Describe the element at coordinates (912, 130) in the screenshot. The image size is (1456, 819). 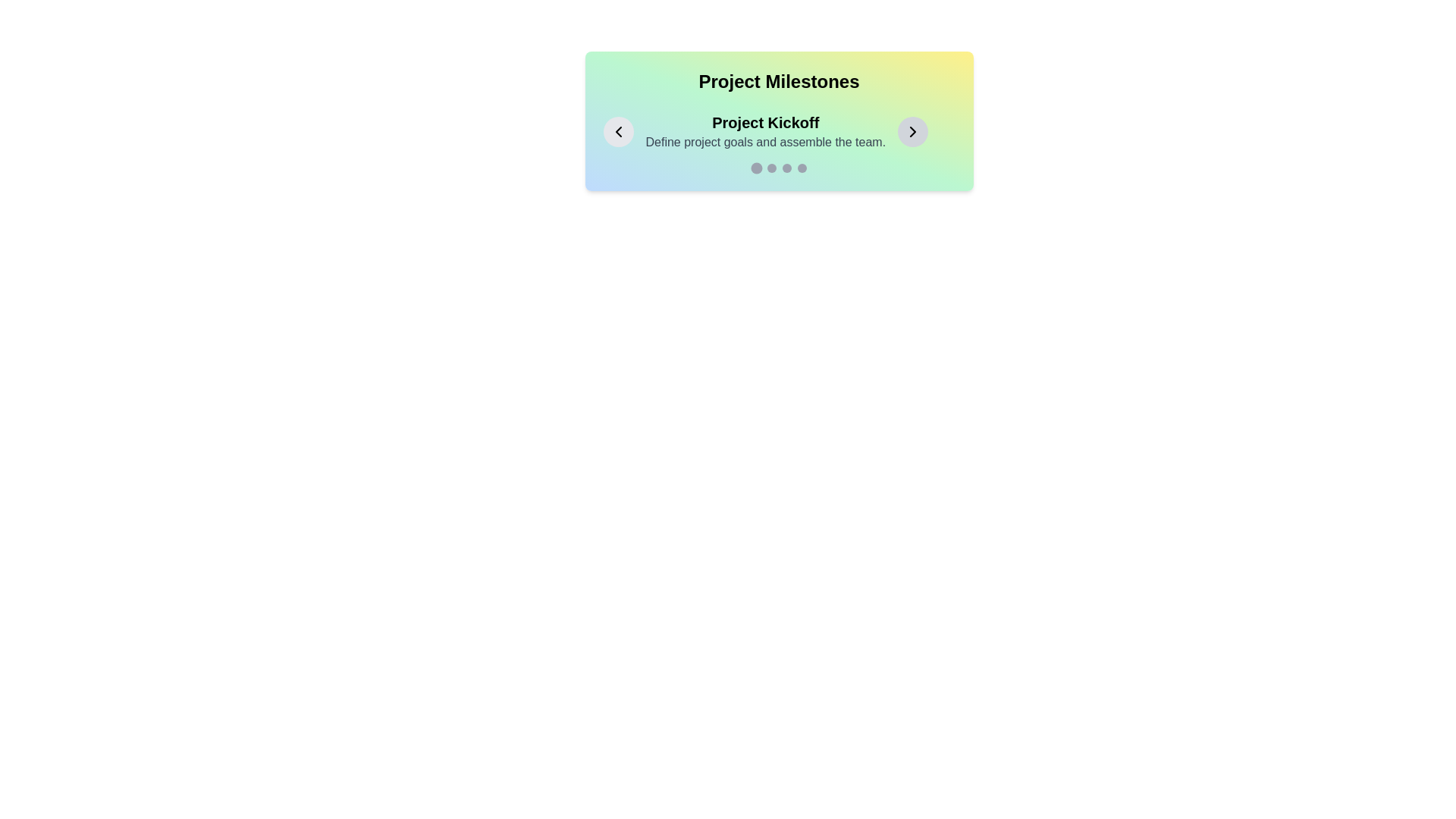
I see `the circular button with a gray background and a right-pointing chevron` at that location.